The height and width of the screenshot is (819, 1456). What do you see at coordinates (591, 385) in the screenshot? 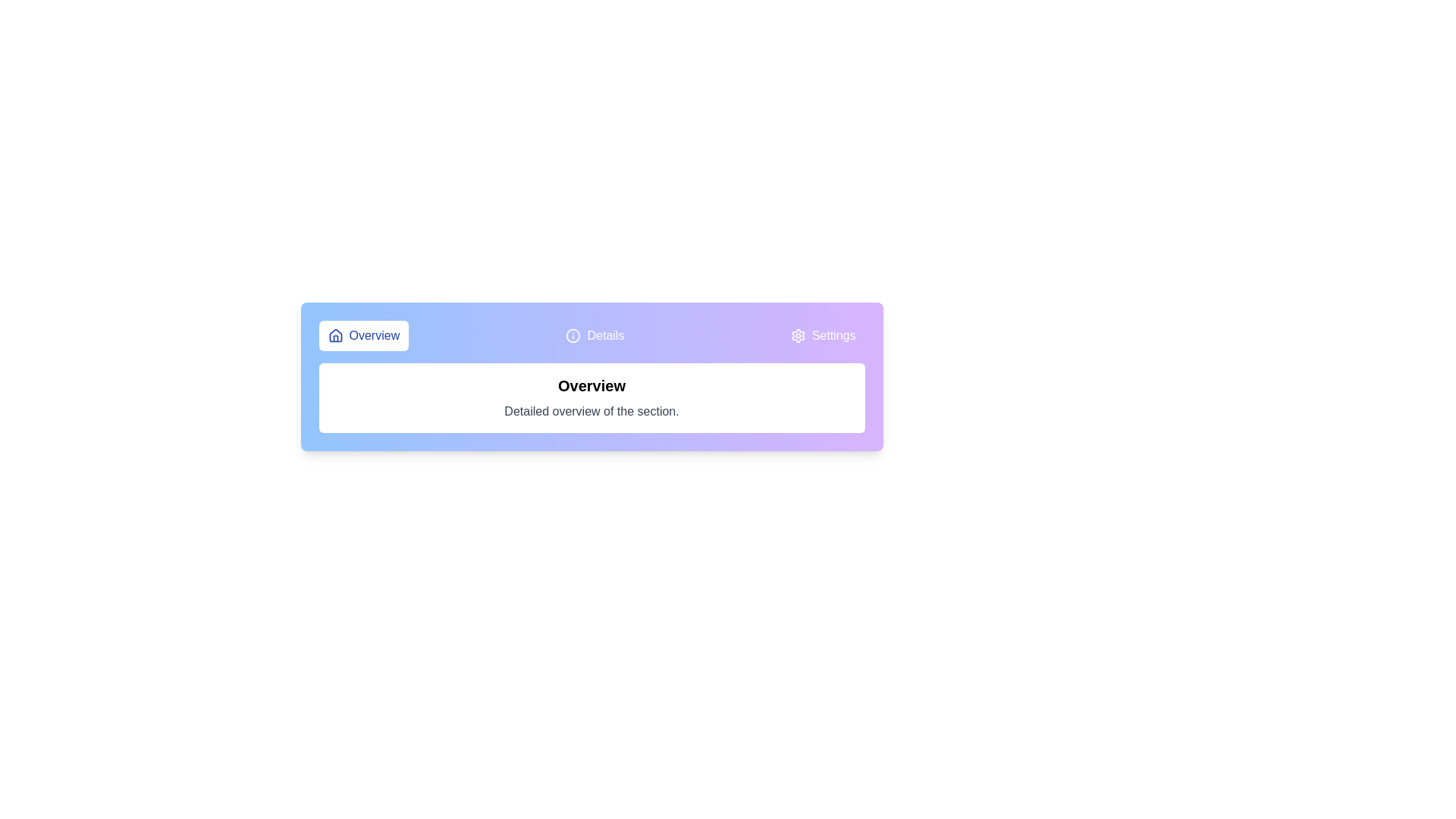
I see `the bold static text label reading 'Overview' which is prominently displayed above the descriptive text 'Detailed overview of the section' within a card-like layout` at bounding box center [591, 385].